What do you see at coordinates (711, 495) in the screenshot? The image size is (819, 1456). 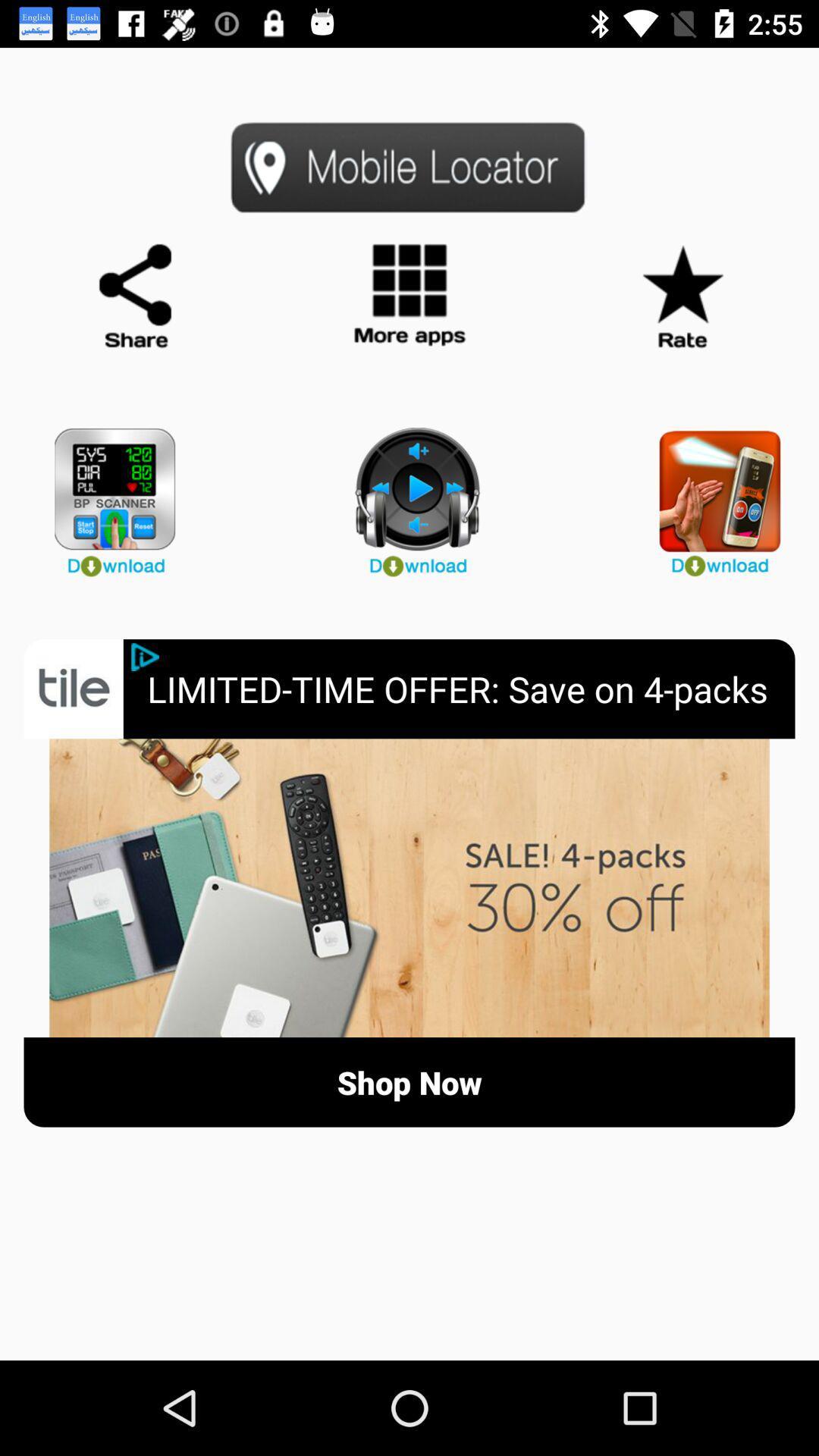 I see `the icon on the right` at bounding box center [711, 495].